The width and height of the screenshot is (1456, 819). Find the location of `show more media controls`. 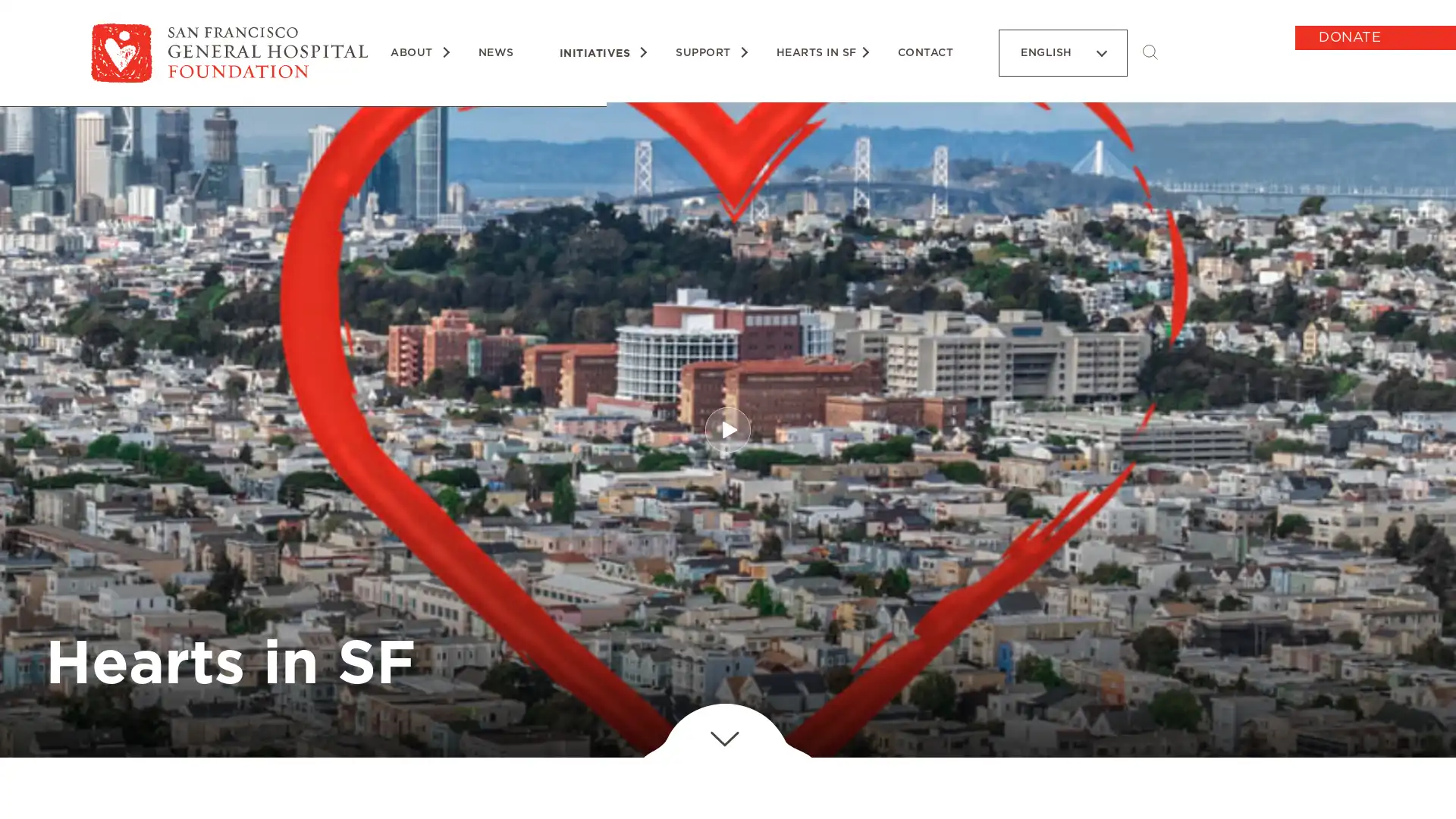

show more media controls is located at coordinates (1419, 714).